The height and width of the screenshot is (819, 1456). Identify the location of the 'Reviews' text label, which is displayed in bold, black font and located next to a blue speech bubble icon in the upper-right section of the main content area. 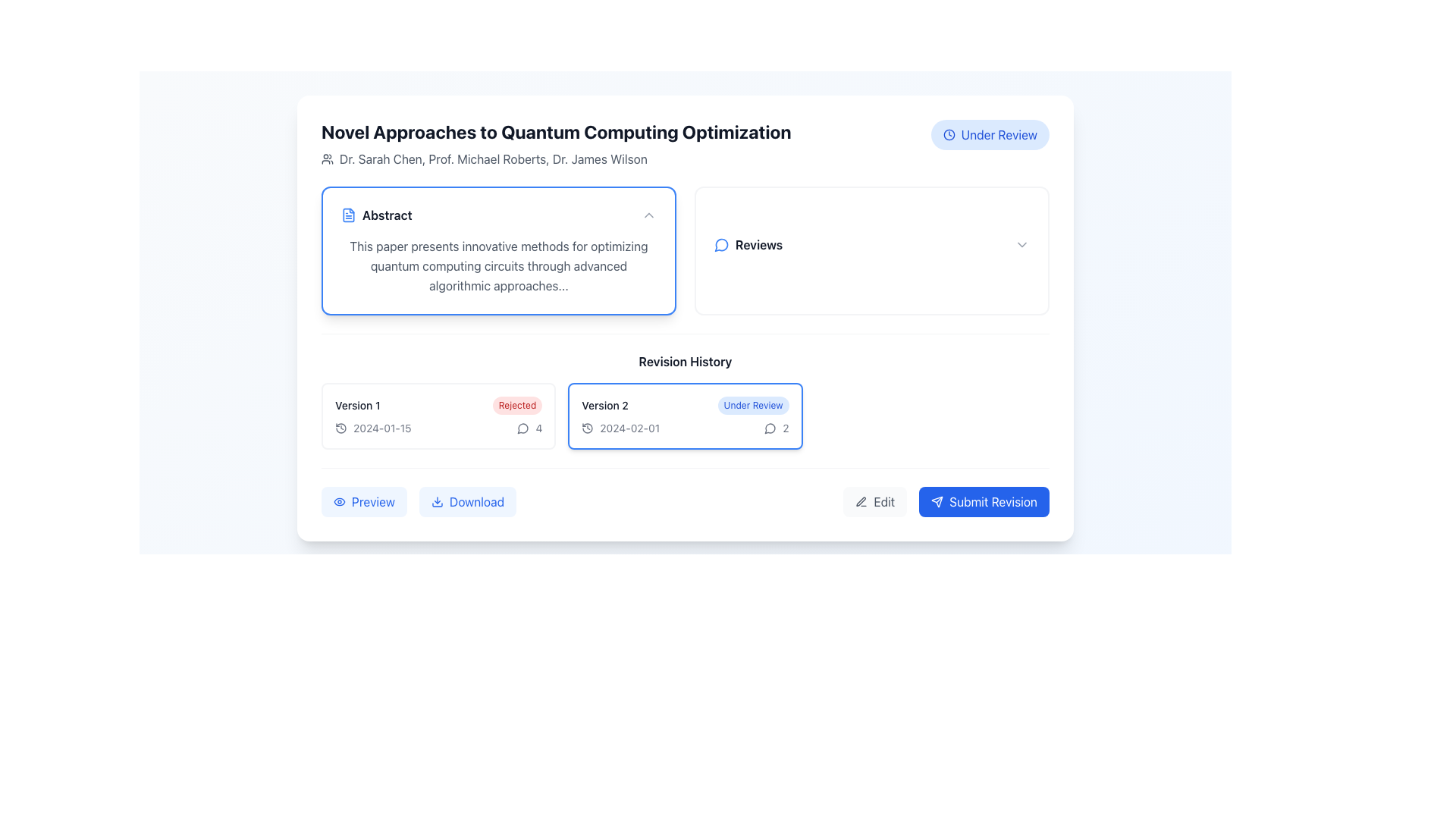
(759, 244).